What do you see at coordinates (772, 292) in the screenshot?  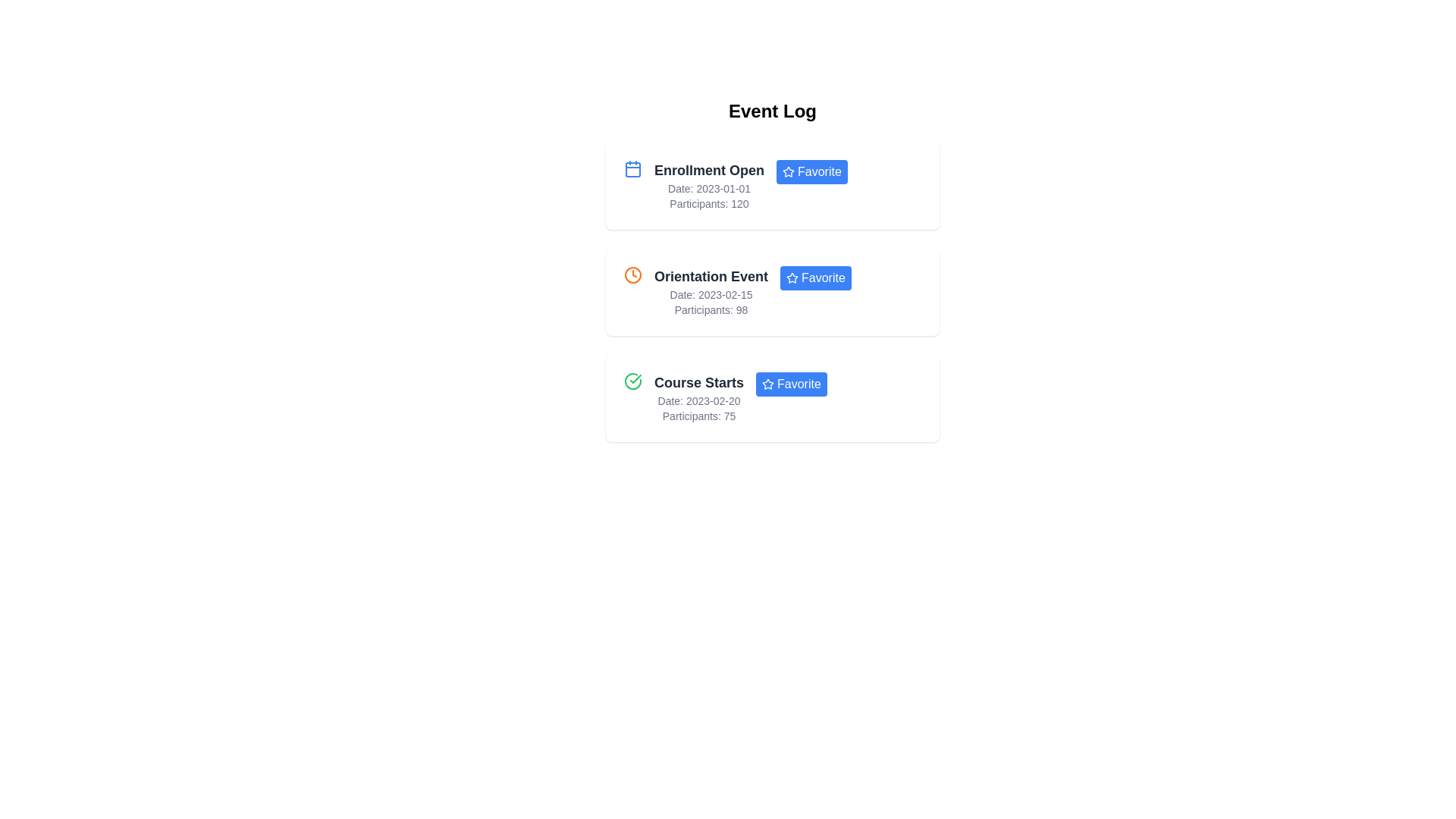 I see `the event card in the composite list element located within the 'Event Log'` at bounding box center [772, 292].